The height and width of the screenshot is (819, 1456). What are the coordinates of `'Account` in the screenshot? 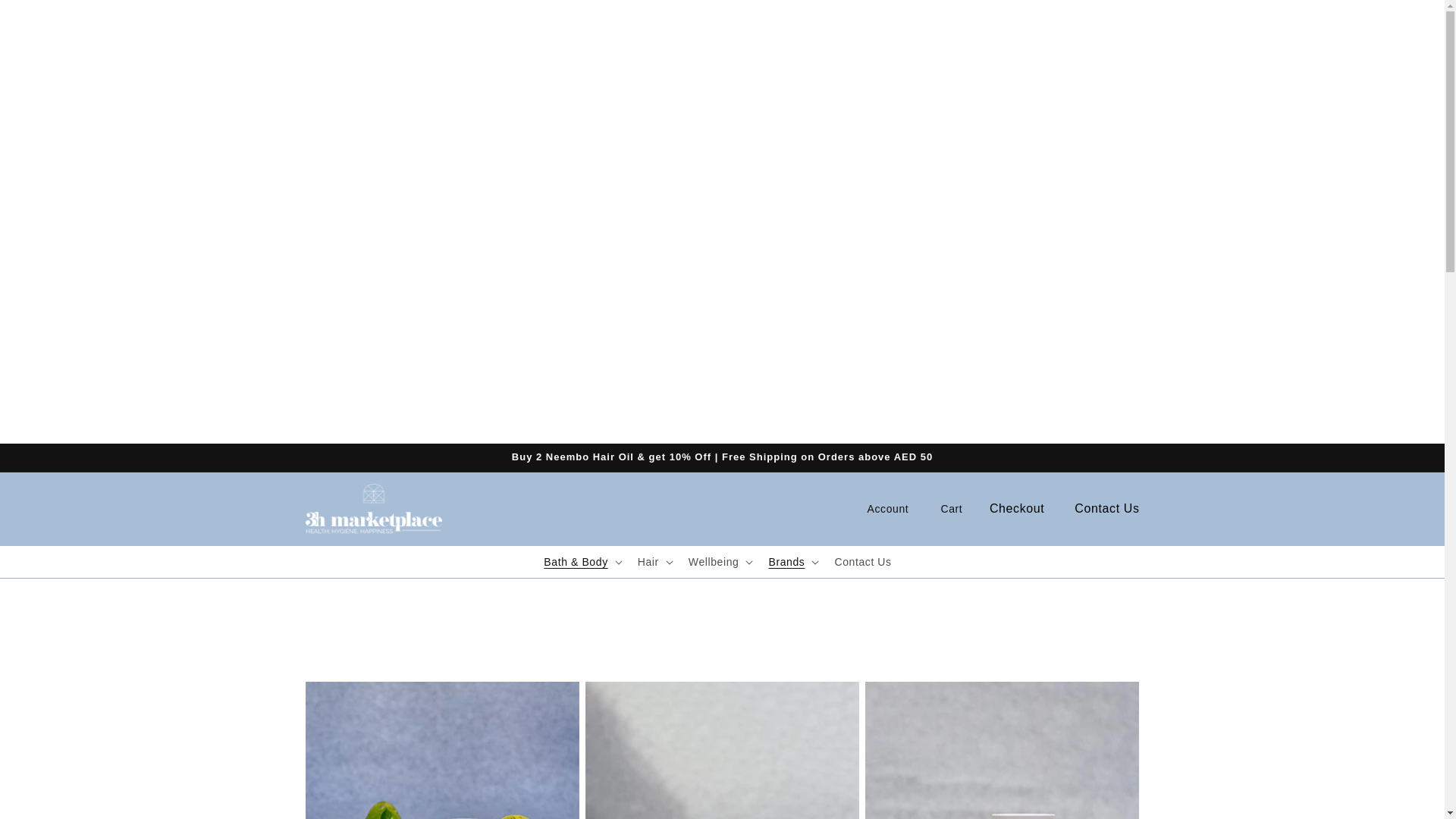 It's located at (888, 509).